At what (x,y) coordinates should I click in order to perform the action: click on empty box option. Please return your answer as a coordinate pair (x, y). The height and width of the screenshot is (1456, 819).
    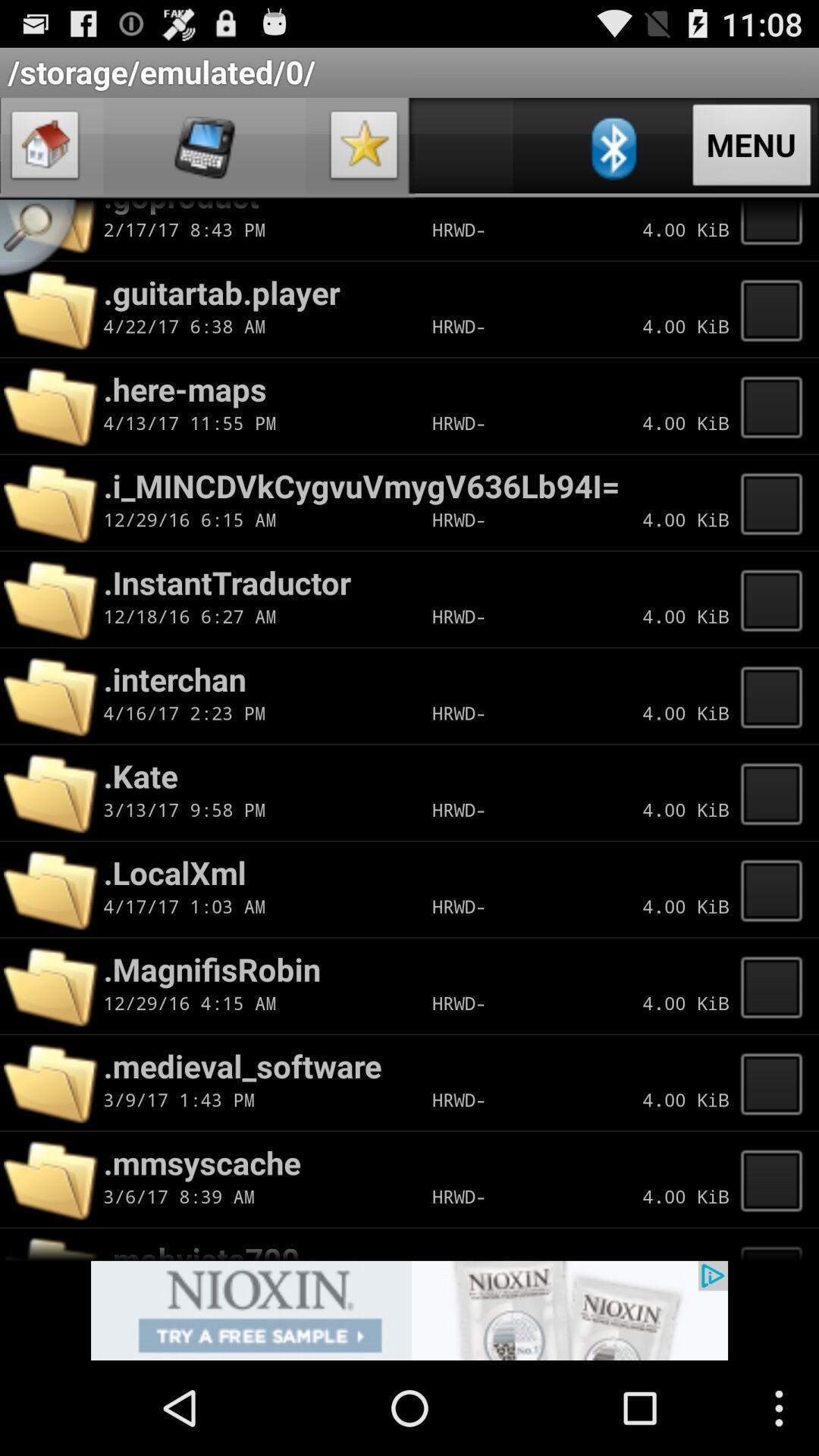
    Looking at the image, I should click on (776, 792).